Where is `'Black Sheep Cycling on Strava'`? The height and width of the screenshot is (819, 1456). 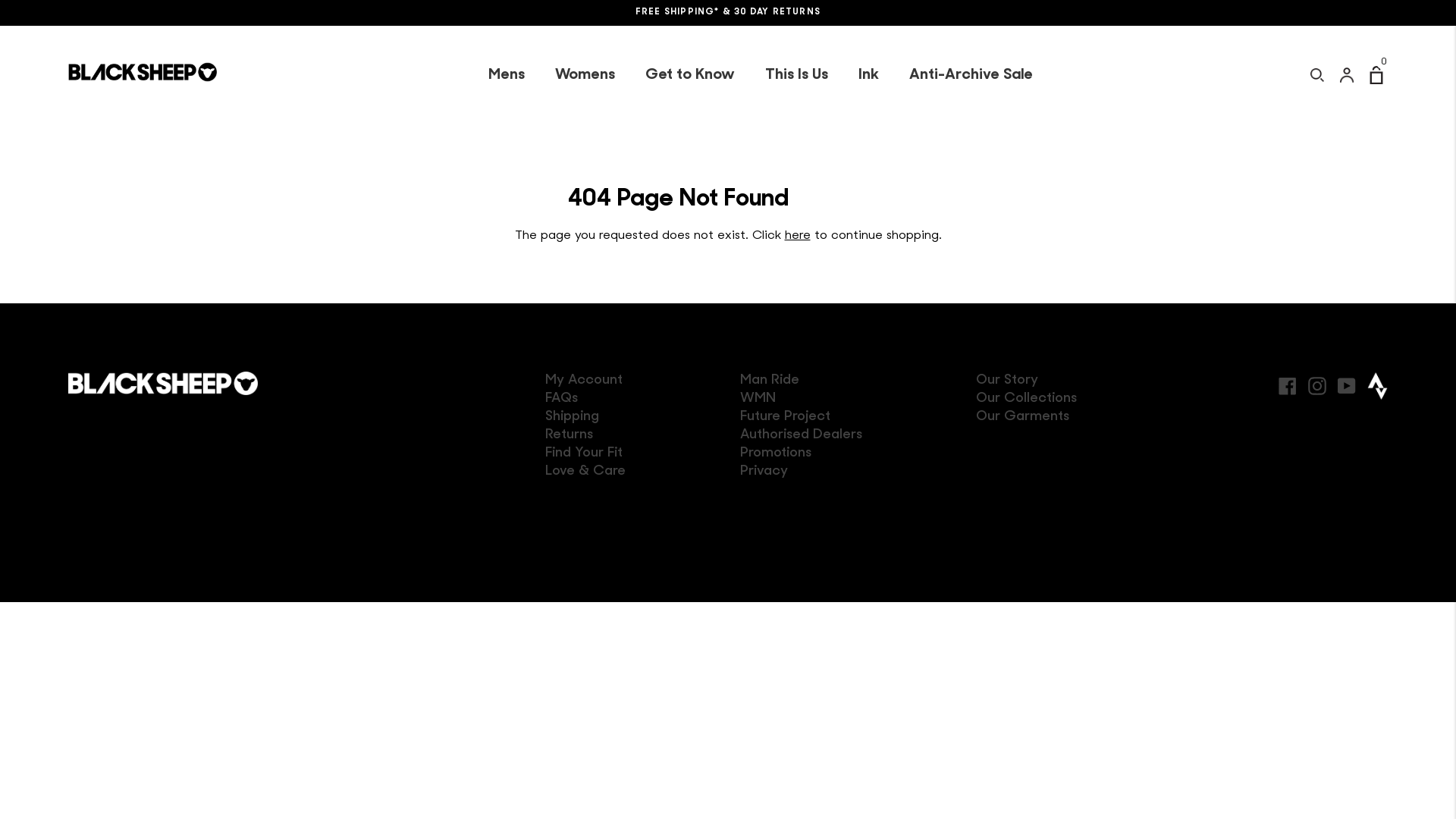 'Black Sheep Cycling on Strava' is located at coordinates (1377, 385).